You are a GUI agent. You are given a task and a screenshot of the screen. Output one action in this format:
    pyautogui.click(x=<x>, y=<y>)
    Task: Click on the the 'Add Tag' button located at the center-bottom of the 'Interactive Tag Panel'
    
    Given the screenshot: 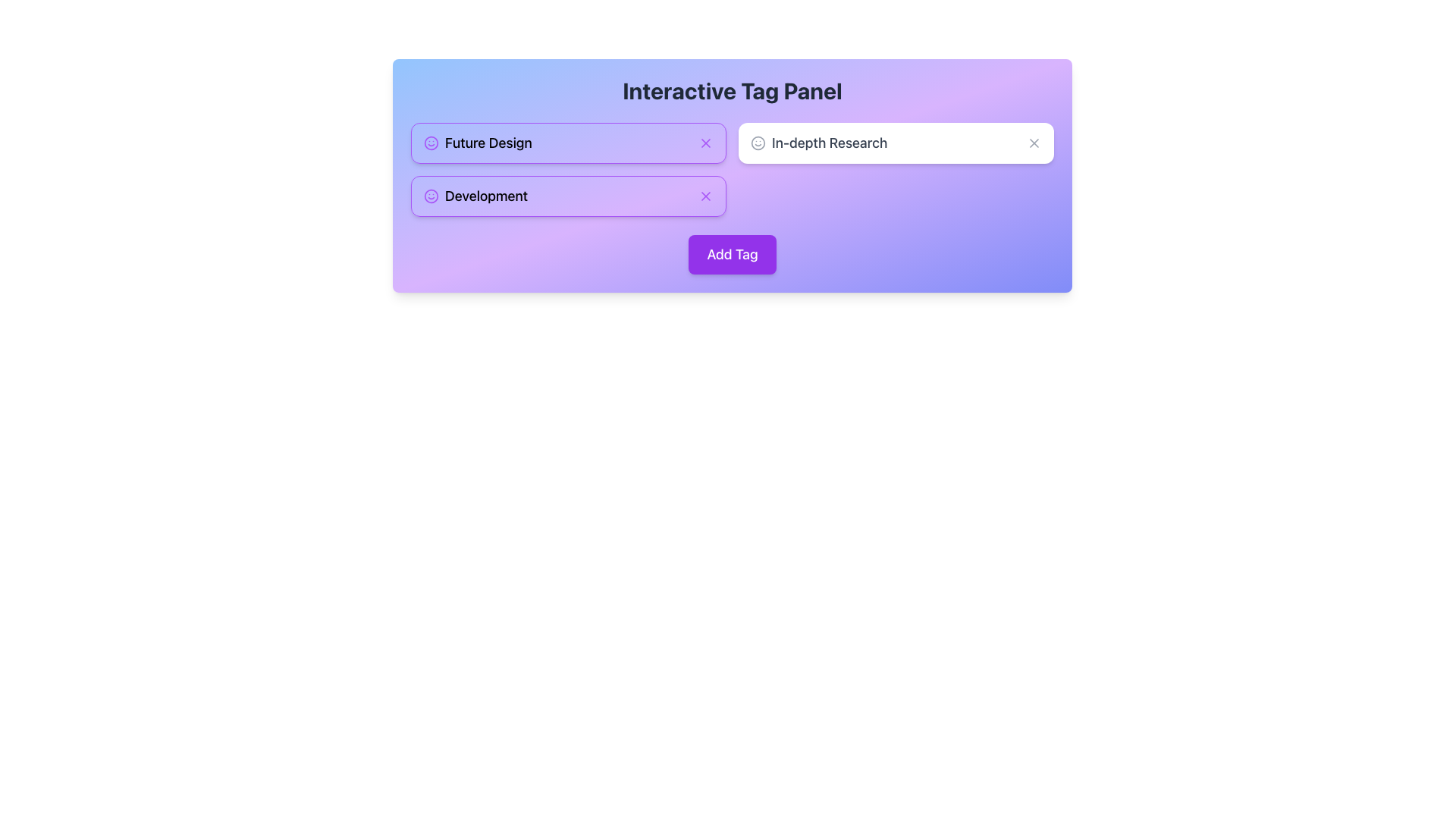 What is the action you would take?
    pyautogui.click(x=732, y=253)
    